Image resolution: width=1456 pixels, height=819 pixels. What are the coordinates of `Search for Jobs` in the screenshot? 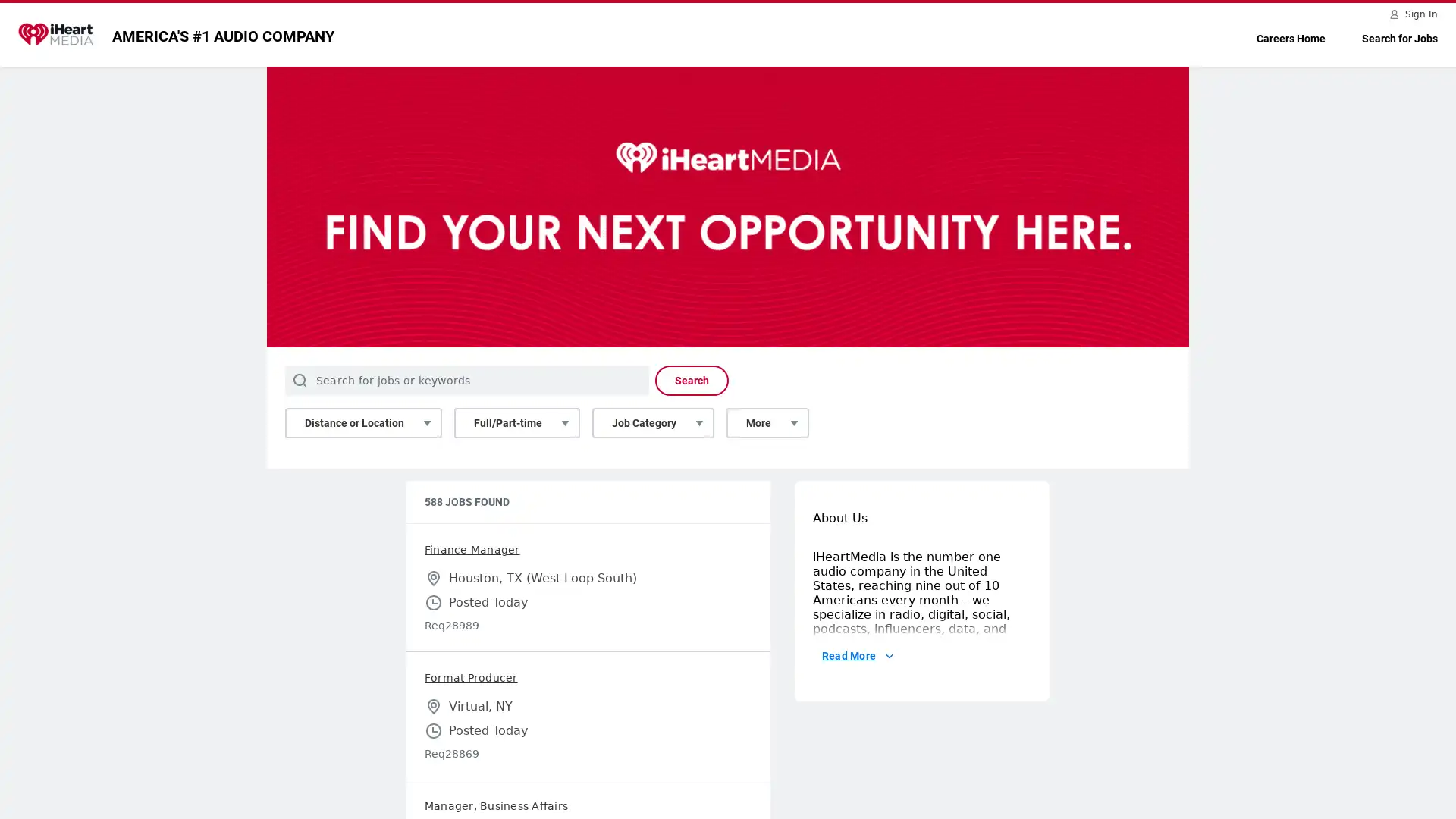 It's located at (1399, 38).